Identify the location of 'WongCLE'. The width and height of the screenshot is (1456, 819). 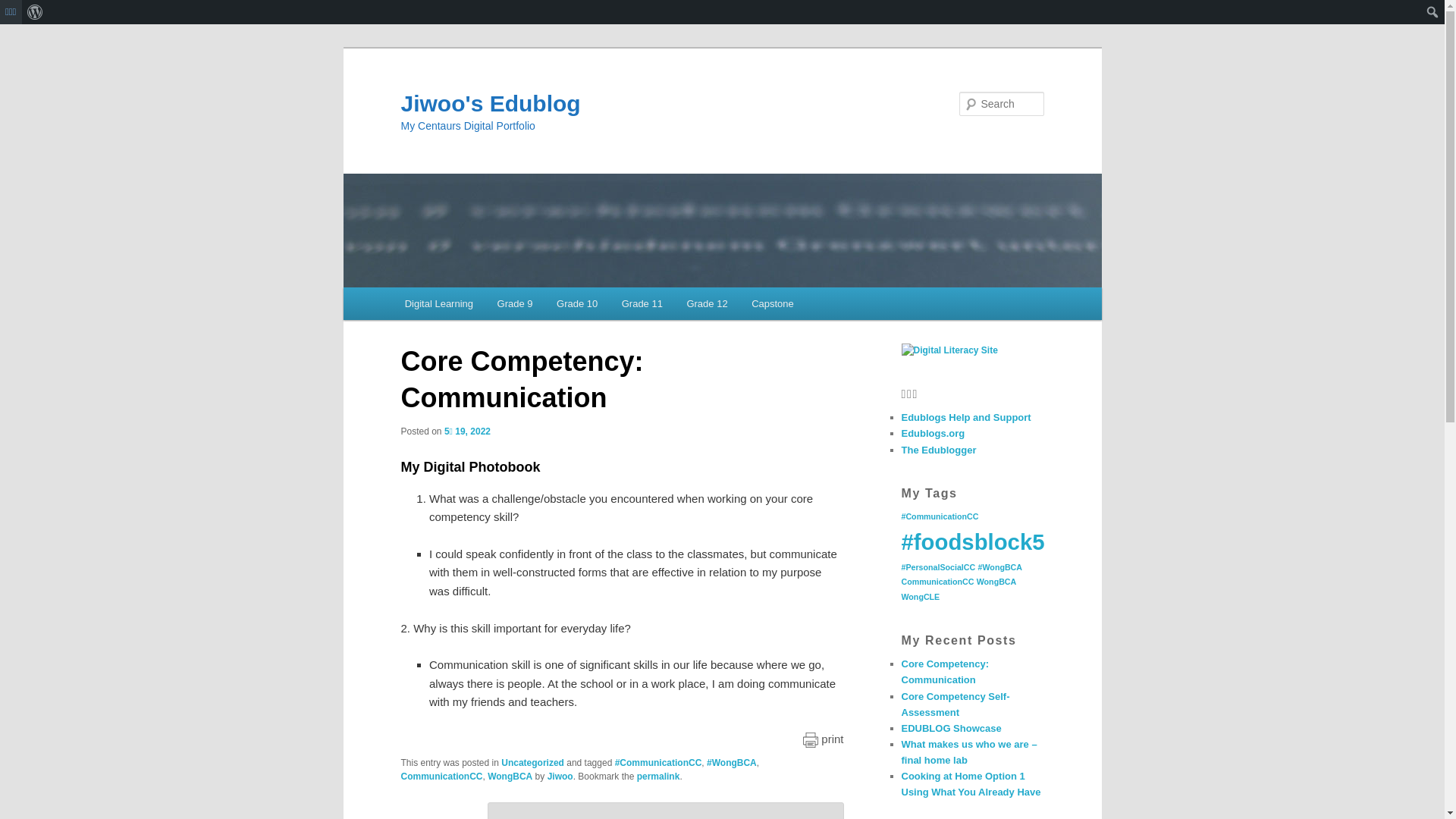
(919, 595).